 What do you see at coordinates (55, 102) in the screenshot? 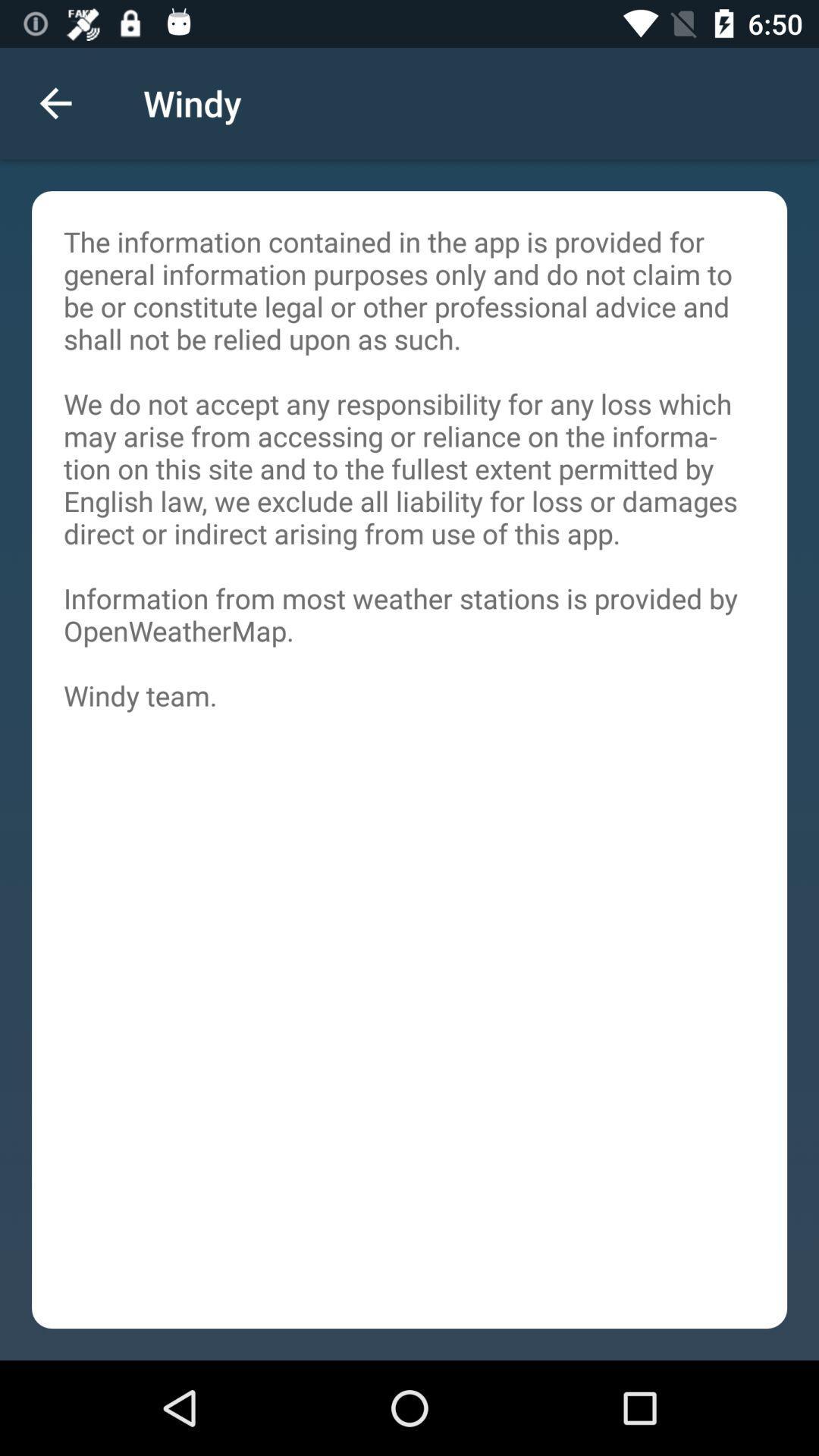
I see `icon next to windy icon` at bounding box center [55, 102].